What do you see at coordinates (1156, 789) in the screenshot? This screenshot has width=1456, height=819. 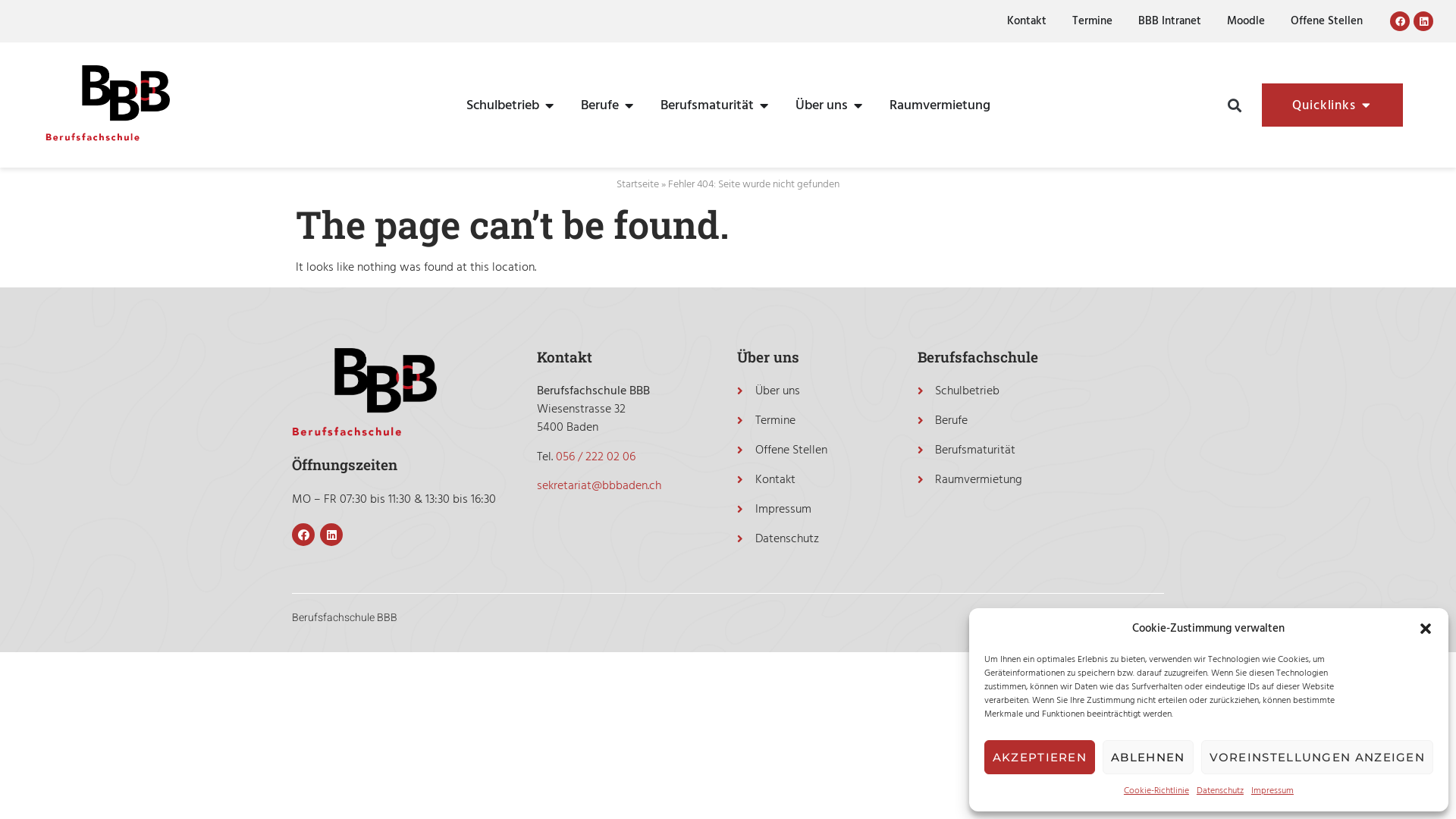 I see `'Cookie-Richtlinie'` at bounding box center [1156, 789].